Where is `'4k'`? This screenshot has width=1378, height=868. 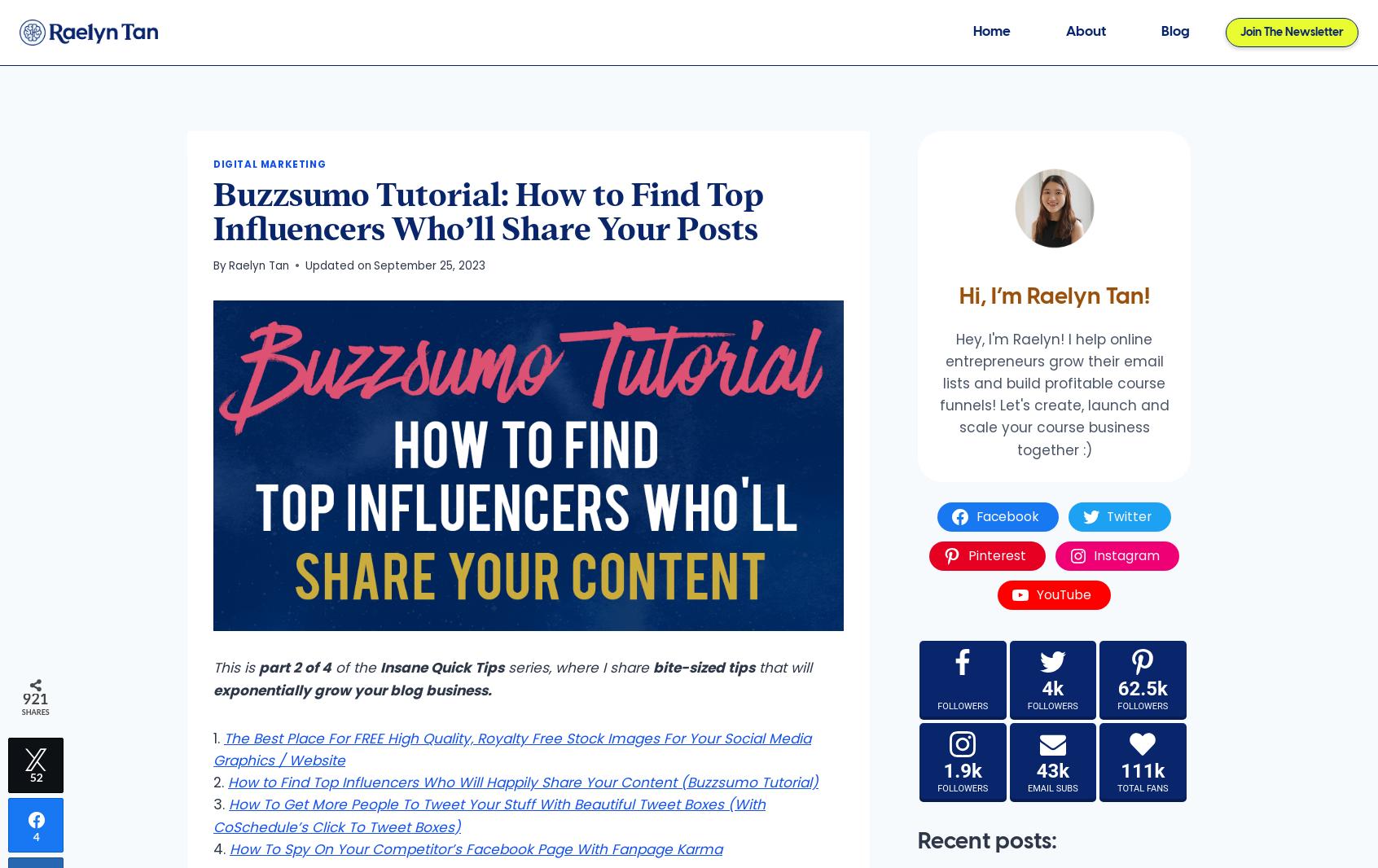 '4k' is located at coordinates (1051, 688).